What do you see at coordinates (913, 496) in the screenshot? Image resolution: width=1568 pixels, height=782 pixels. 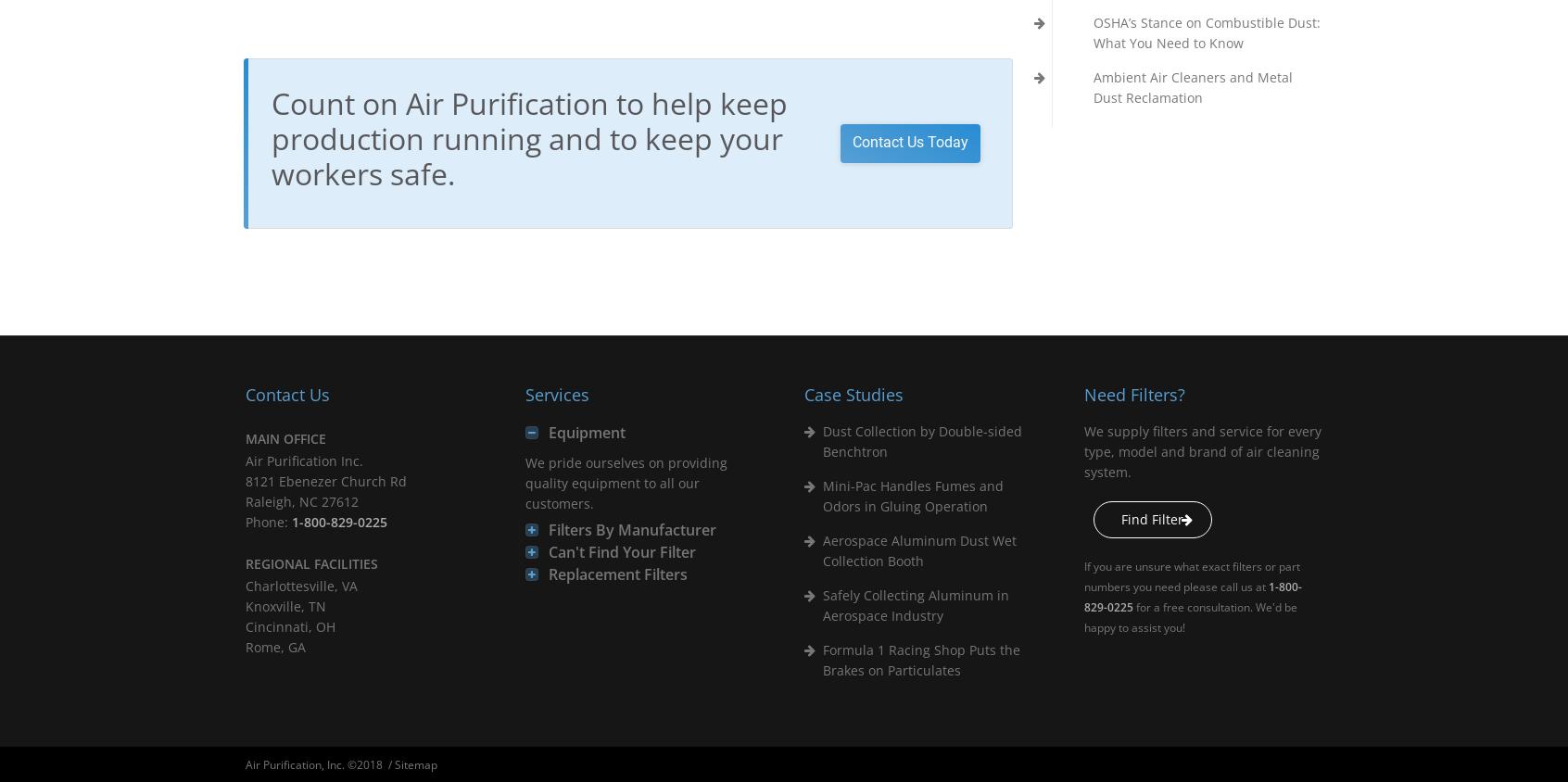 I see `'Mini-Pac Handles Fumes and Odors in Gluing Operation'` at bounding box center [913, 496].